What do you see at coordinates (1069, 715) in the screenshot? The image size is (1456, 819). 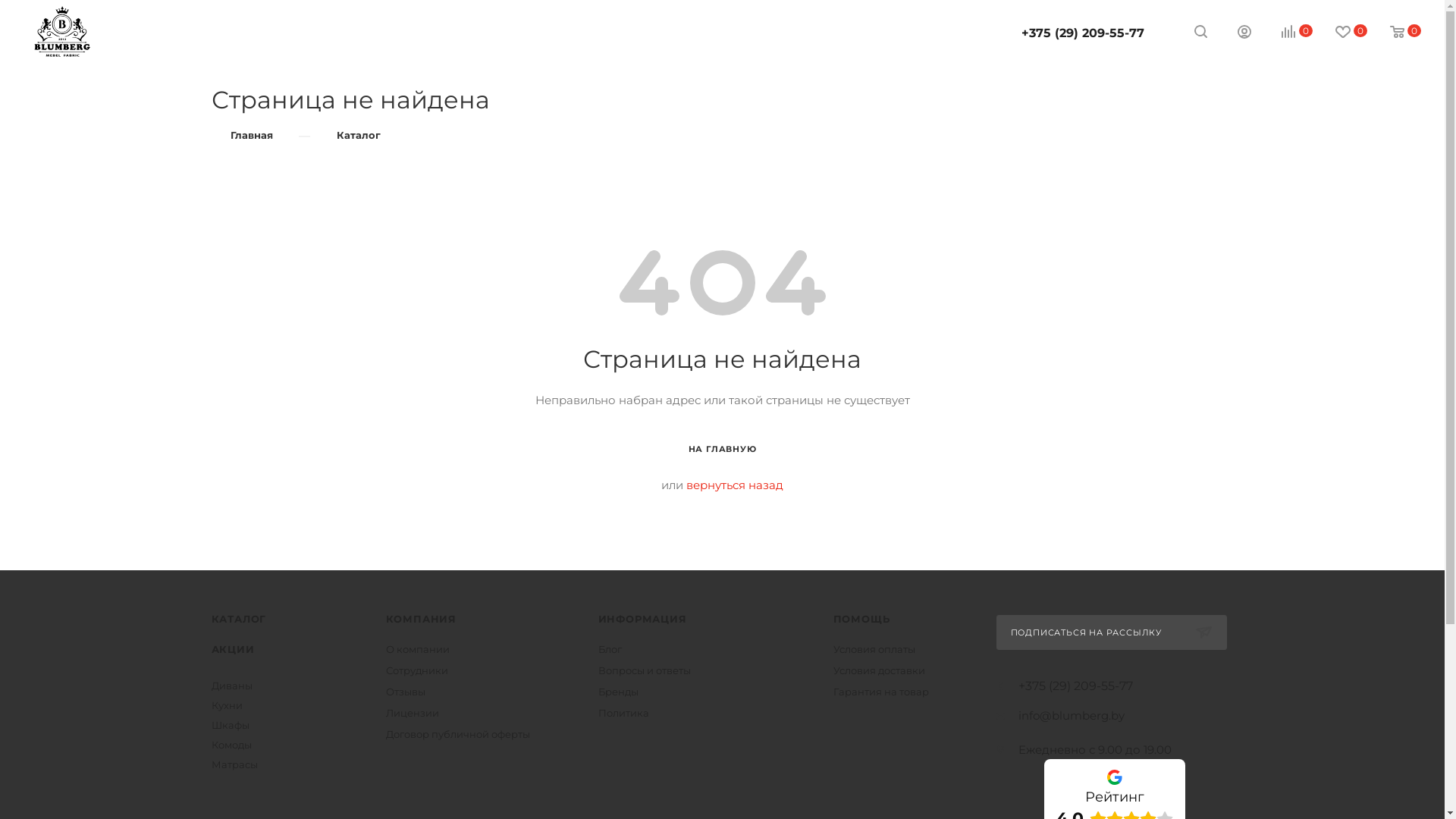 I see `'info@blumberg.by'` at bounding box center [1069, 715].